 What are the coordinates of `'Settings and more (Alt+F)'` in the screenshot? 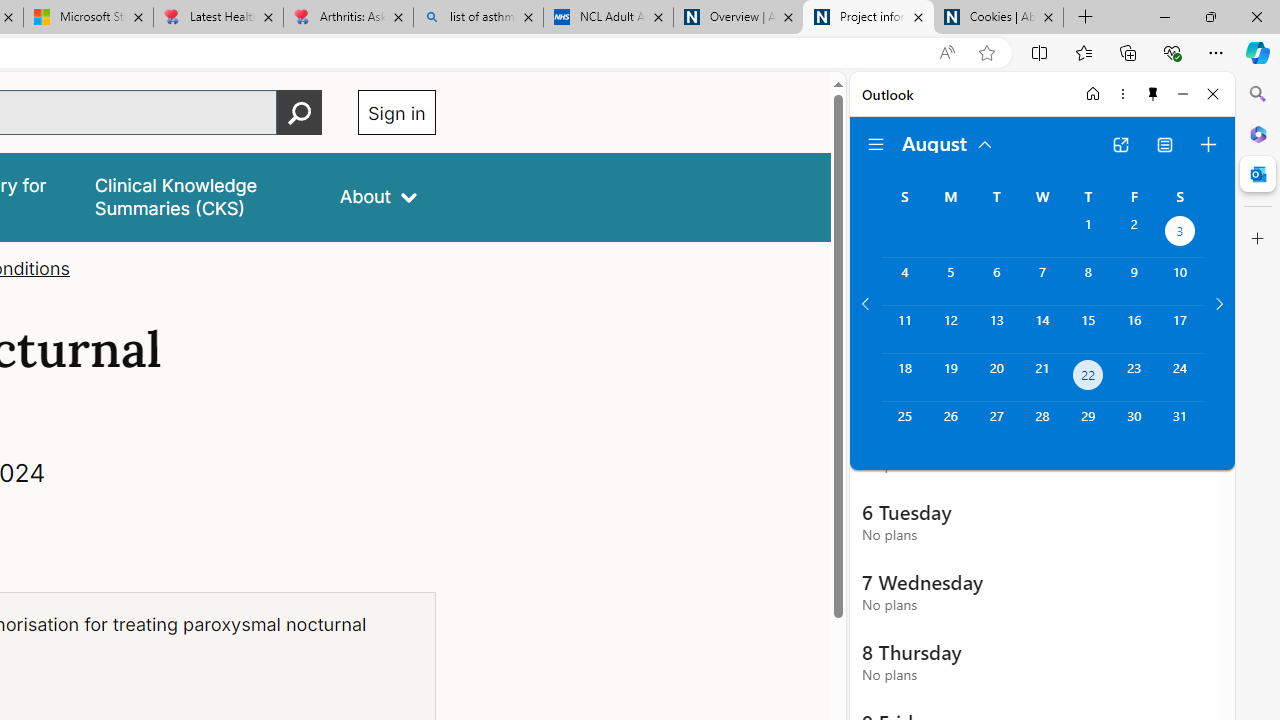 It's located at (1215, 51).